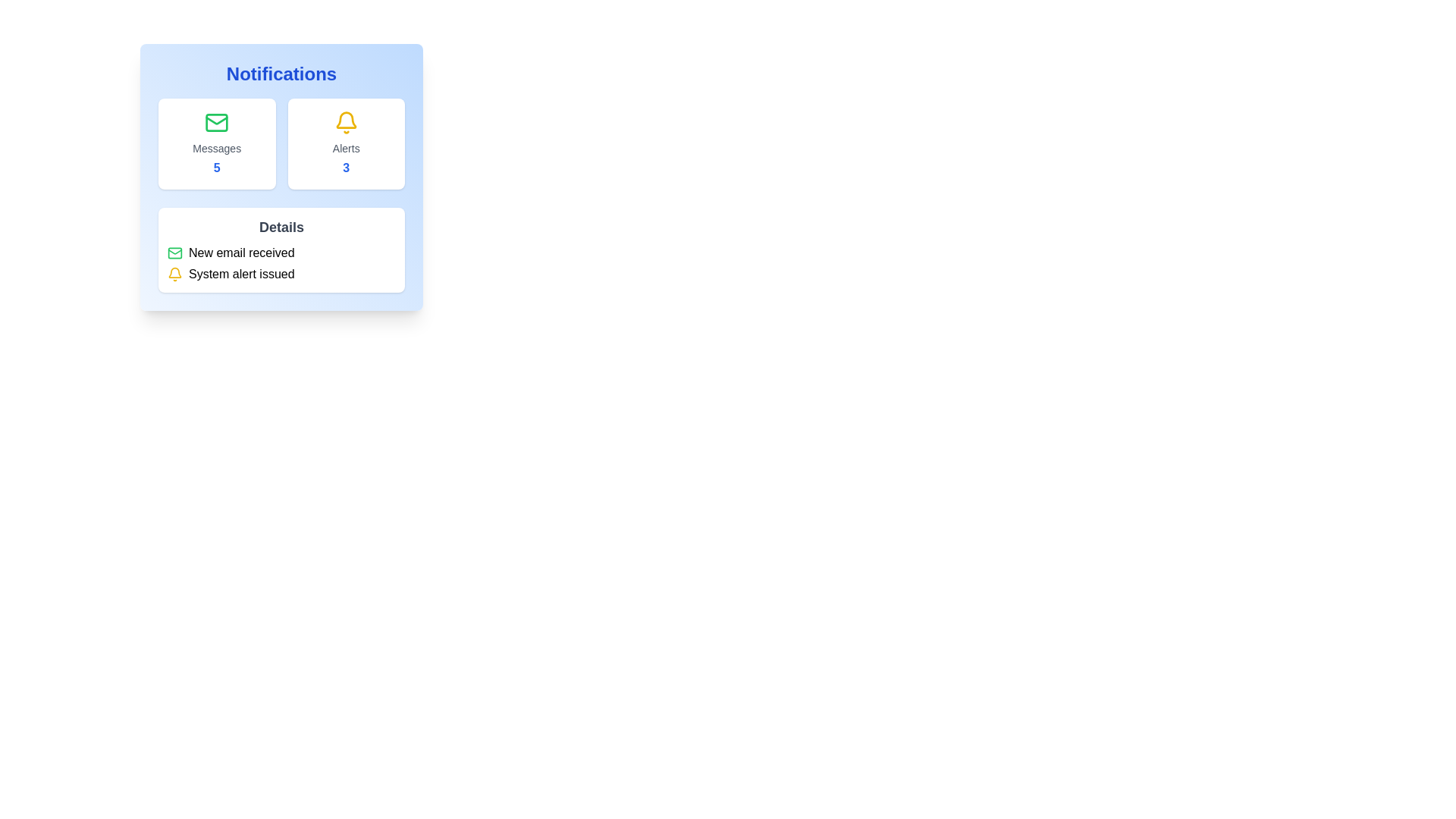 The image size is (1456, 819). Describe the element at coordinates (281, 275) in the screenshot. I see `the Notification item` at that location.